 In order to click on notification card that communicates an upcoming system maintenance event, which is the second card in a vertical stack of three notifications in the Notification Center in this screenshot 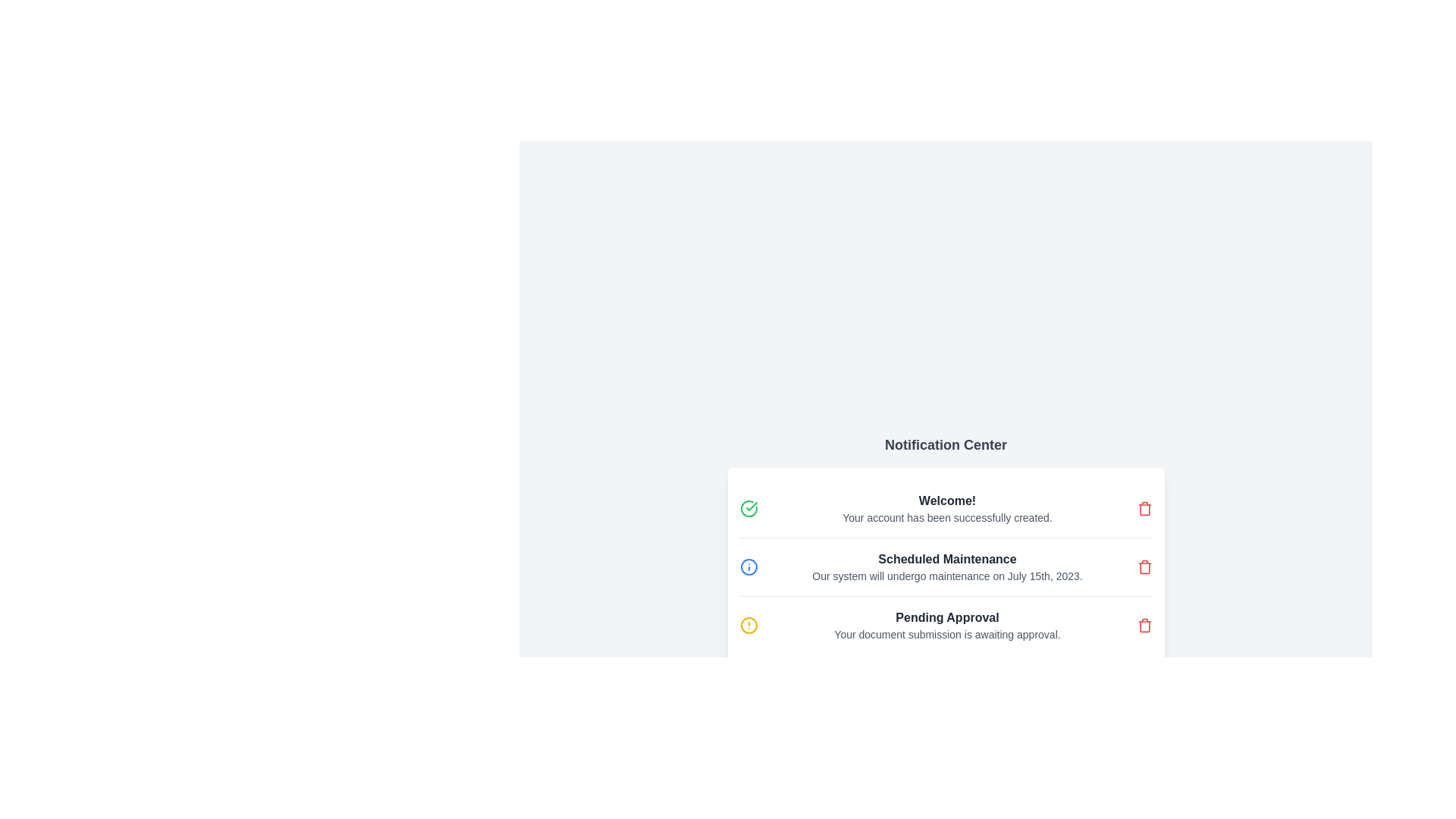, I will do `click(945, 567)`.